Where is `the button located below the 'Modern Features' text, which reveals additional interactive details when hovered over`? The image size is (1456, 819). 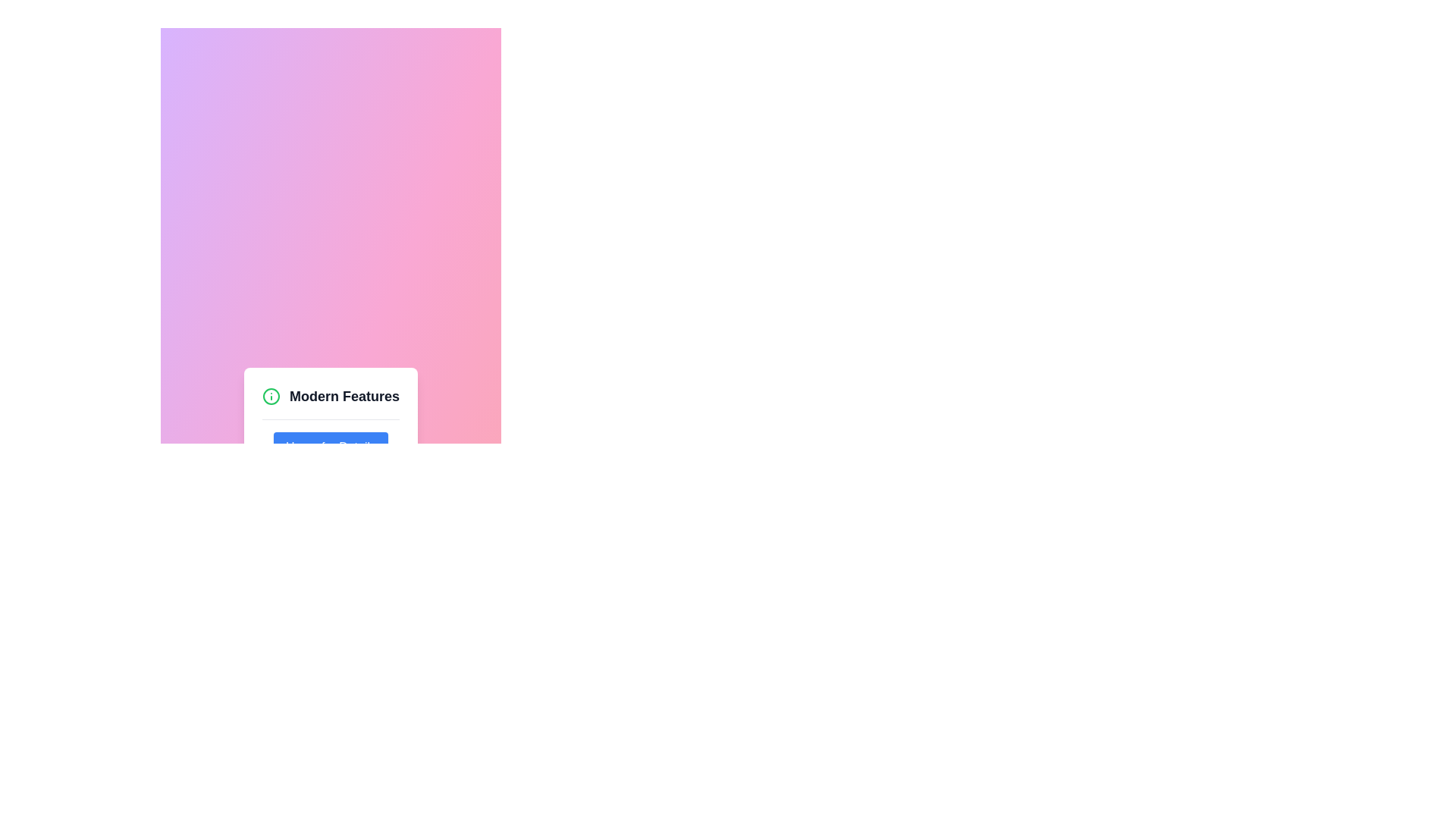 the button located below the 'Modern Features' text, which reveals additional interactive details when hovered over is located at coordinates (330, 446).